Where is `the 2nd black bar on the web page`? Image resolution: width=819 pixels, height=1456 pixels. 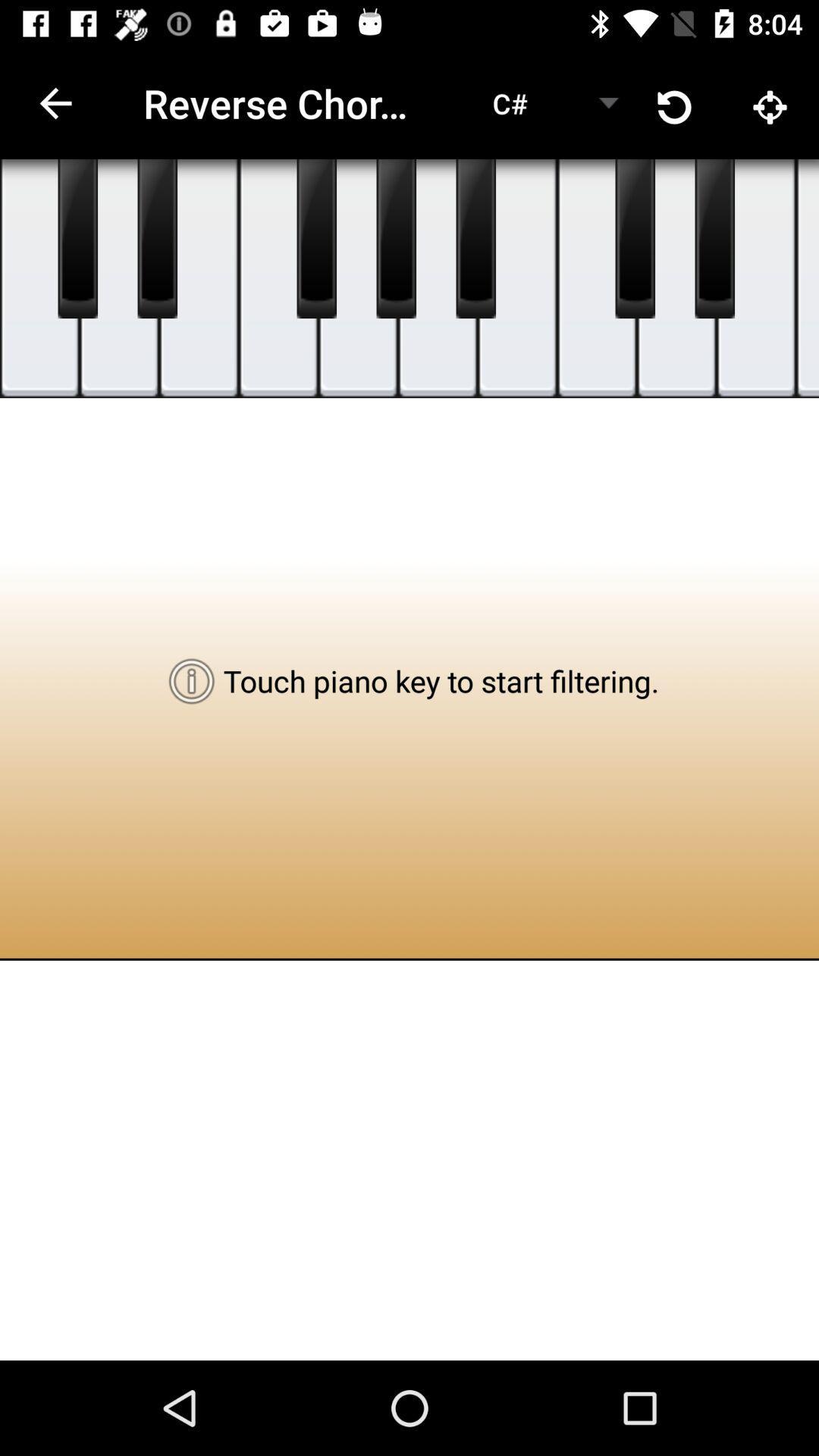
the 2nd black bar on the web page is located at coordinates (158, 238).